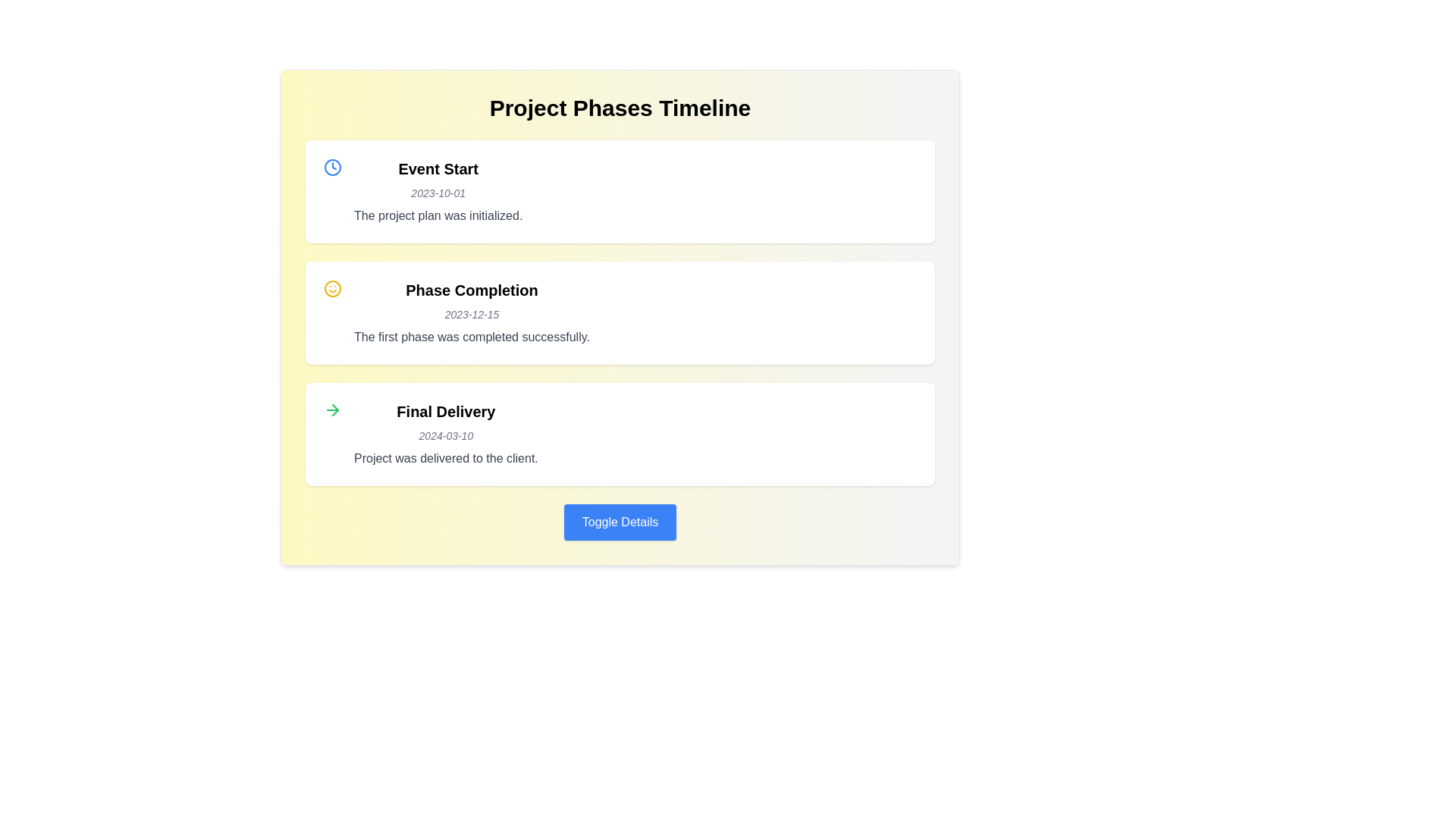 Image resolution: width=1456 pixels, height=819 pixels. What do you see at coordinates (334, 409) in the screenshot?
I see `the rightward-pointing green arrow icon in the 'Final Delivery' section of the timeline interface` at bounding box center [334, 409].